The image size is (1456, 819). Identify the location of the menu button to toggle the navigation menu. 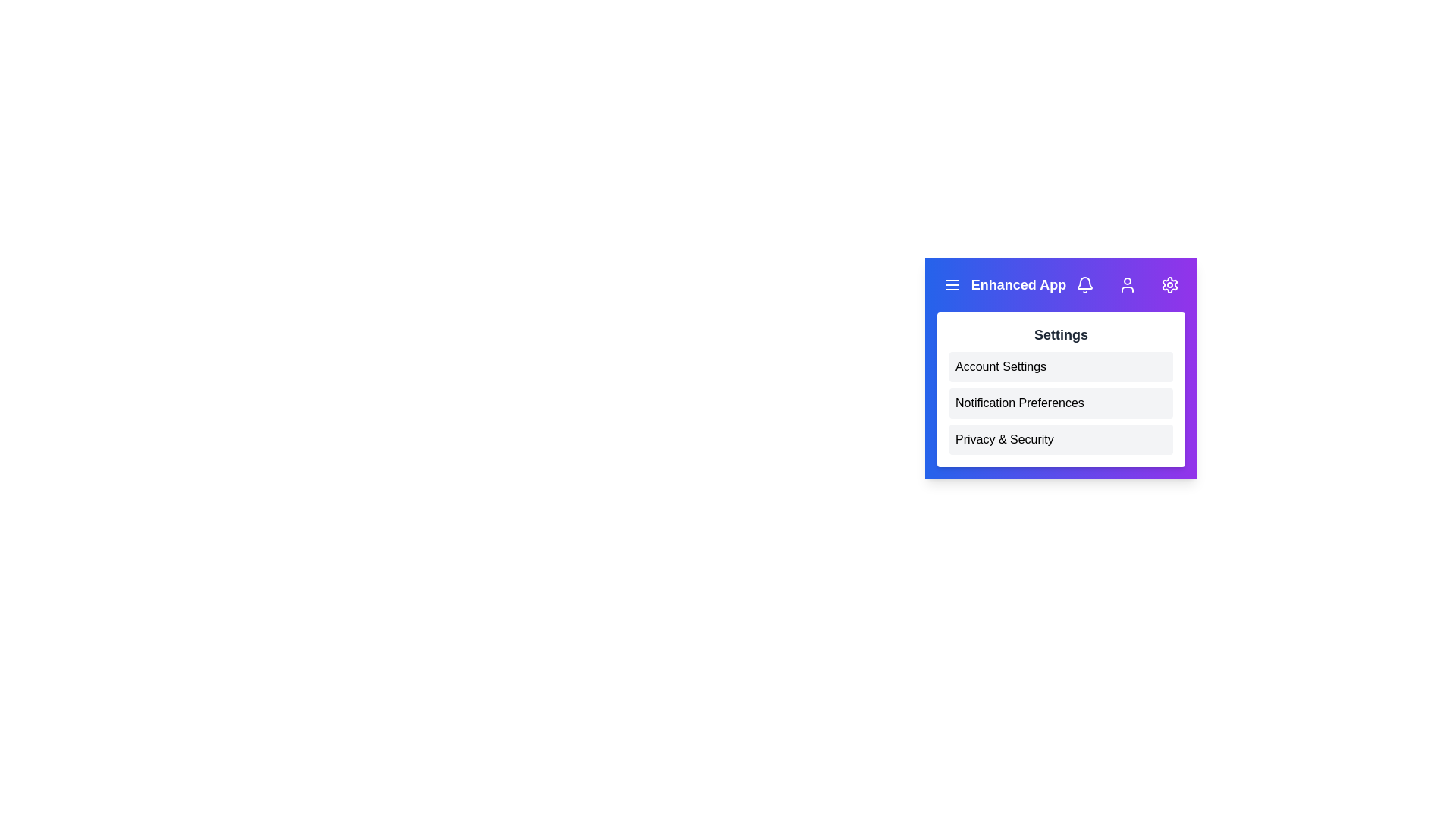
(952, 284).